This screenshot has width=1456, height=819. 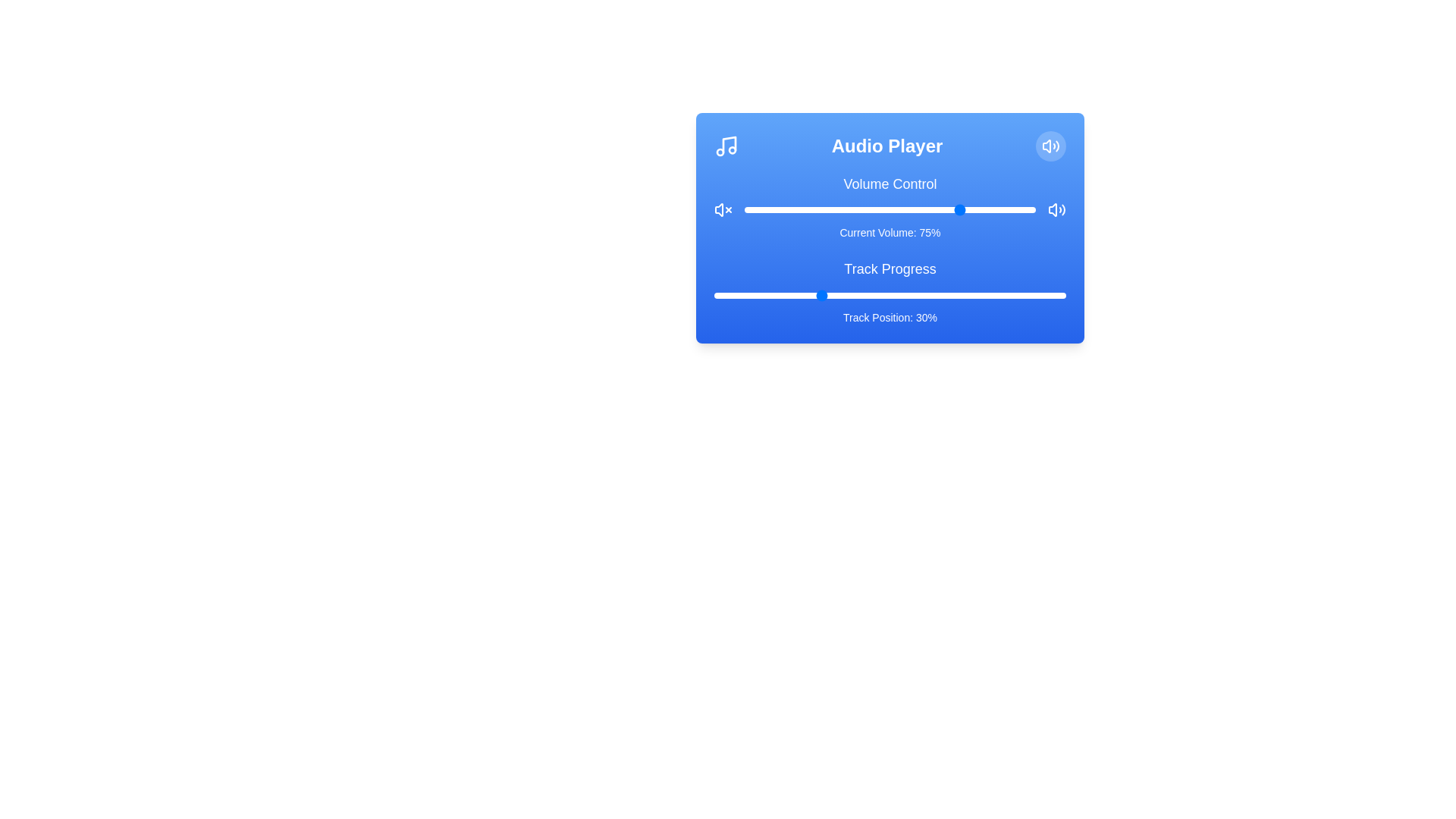 I want to click on volume, so click(x=805, y=207).